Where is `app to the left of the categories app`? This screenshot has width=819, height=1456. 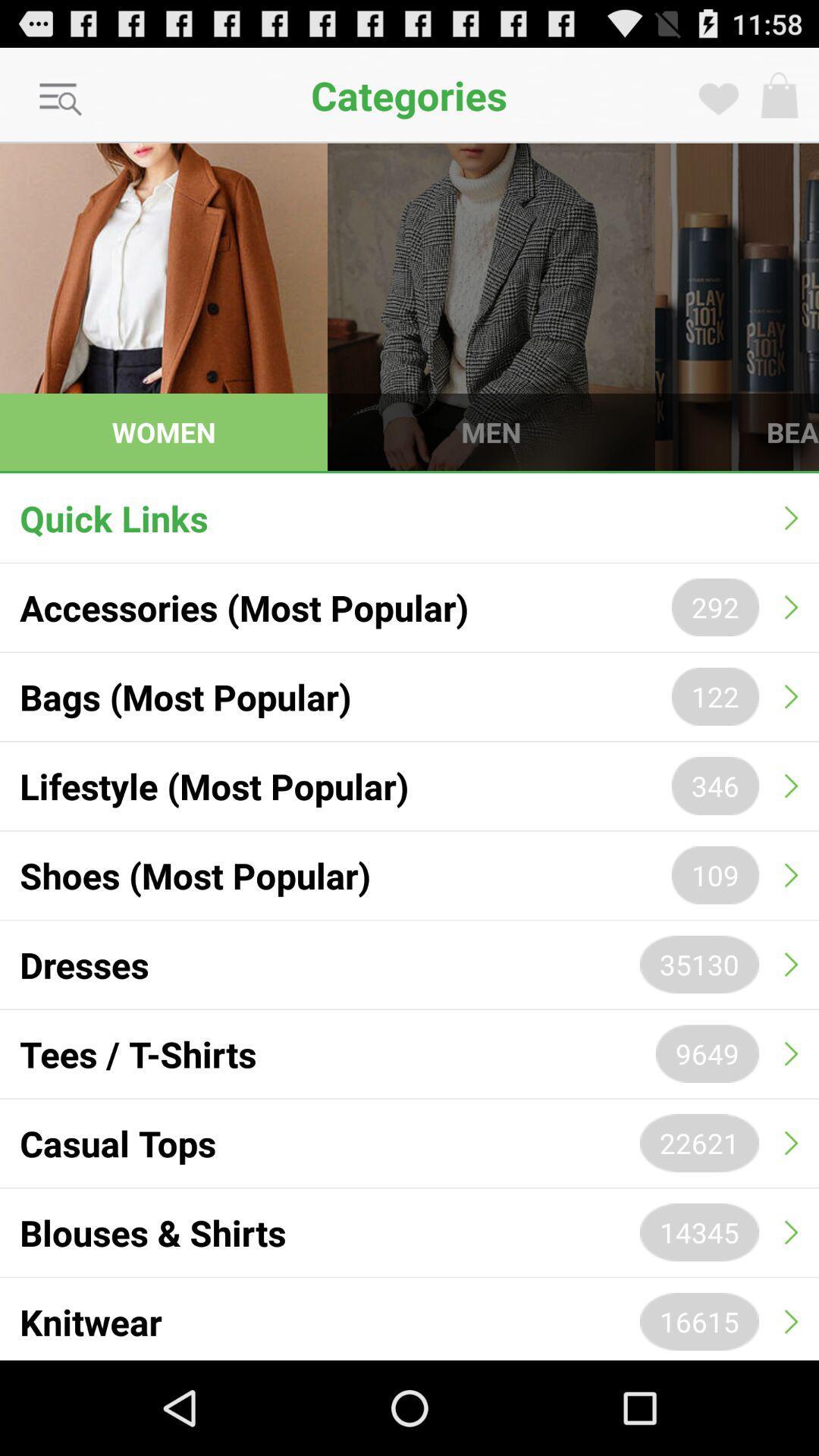
app to the left of the categories app is located at coordinates (61, 99).